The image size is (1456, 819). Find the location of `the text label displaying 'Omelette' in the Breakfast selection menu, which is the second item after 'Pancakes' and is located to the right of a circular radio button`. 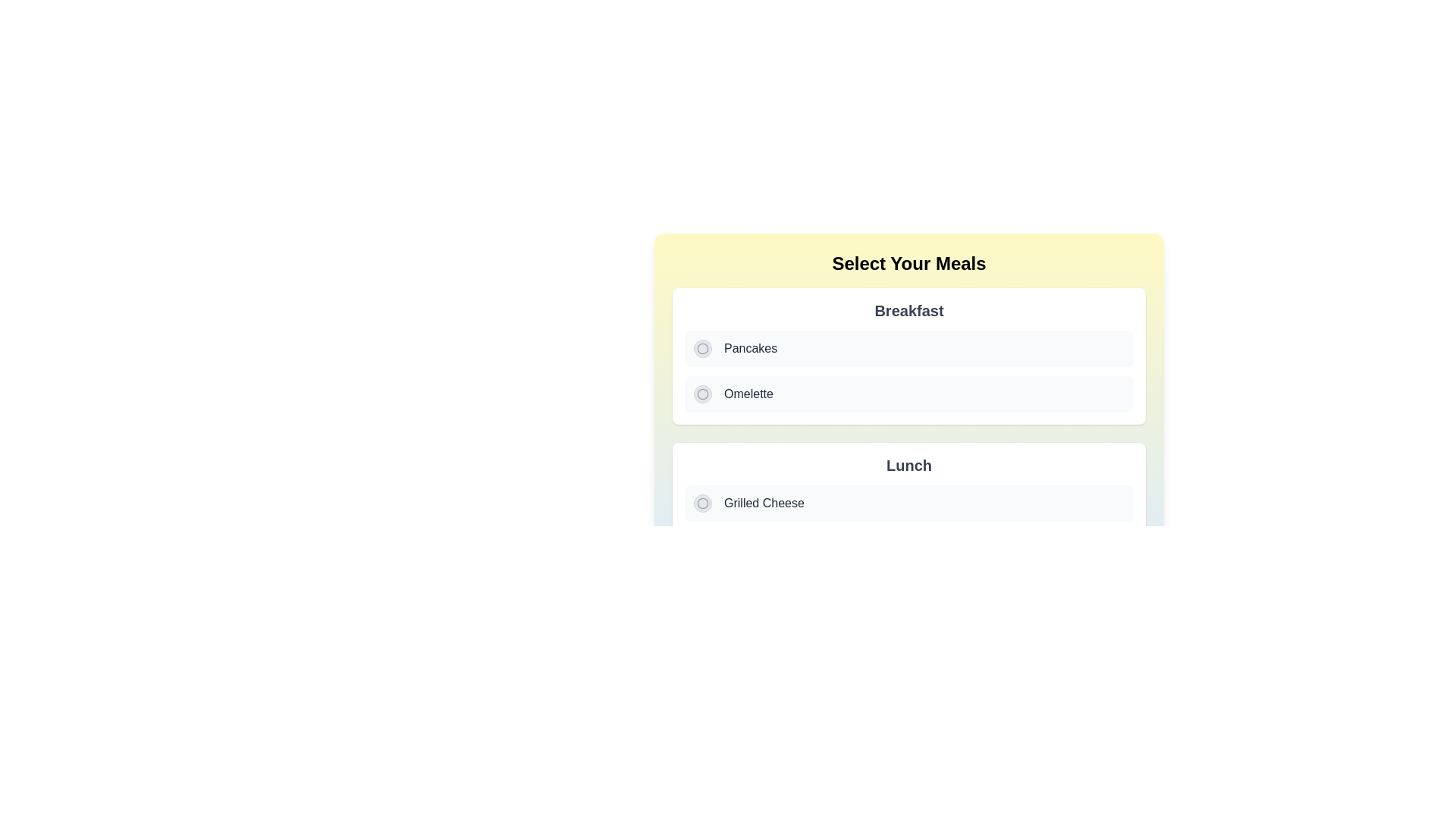

the text label displaying 'Omelette' in the Breakfast selection menu, which is the second item after 'Pancakes' and is located to the right of a circular radio button is located at coordinates (748, 394).